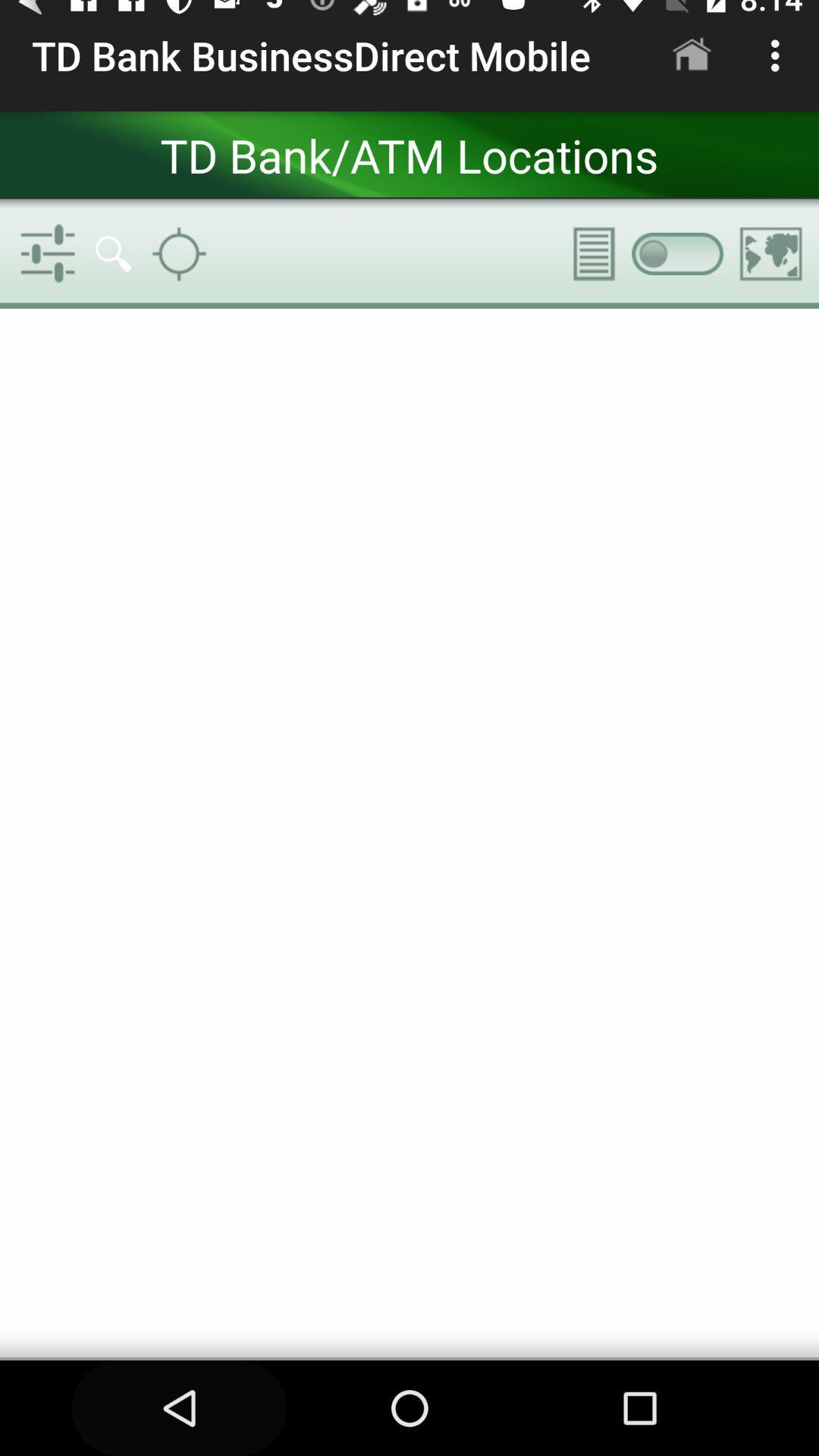  What do you see at coordinates (112, 253) in the screenshot?
I see `the search icon` at bounding box center [112, 253].